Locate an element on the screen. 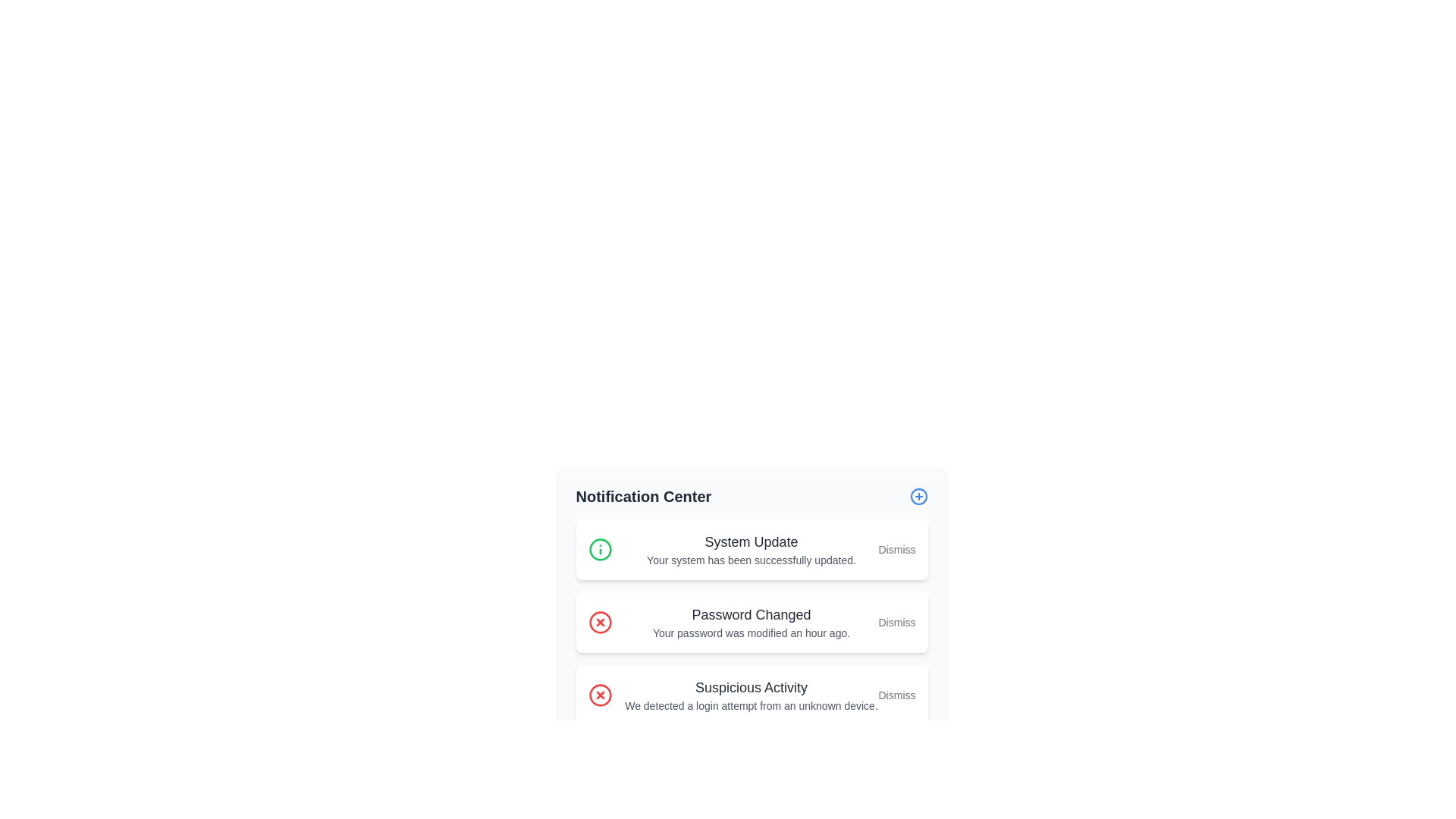  the button located at the top-right corner of the 'Notification Center' is located at coordinates (918, 497).